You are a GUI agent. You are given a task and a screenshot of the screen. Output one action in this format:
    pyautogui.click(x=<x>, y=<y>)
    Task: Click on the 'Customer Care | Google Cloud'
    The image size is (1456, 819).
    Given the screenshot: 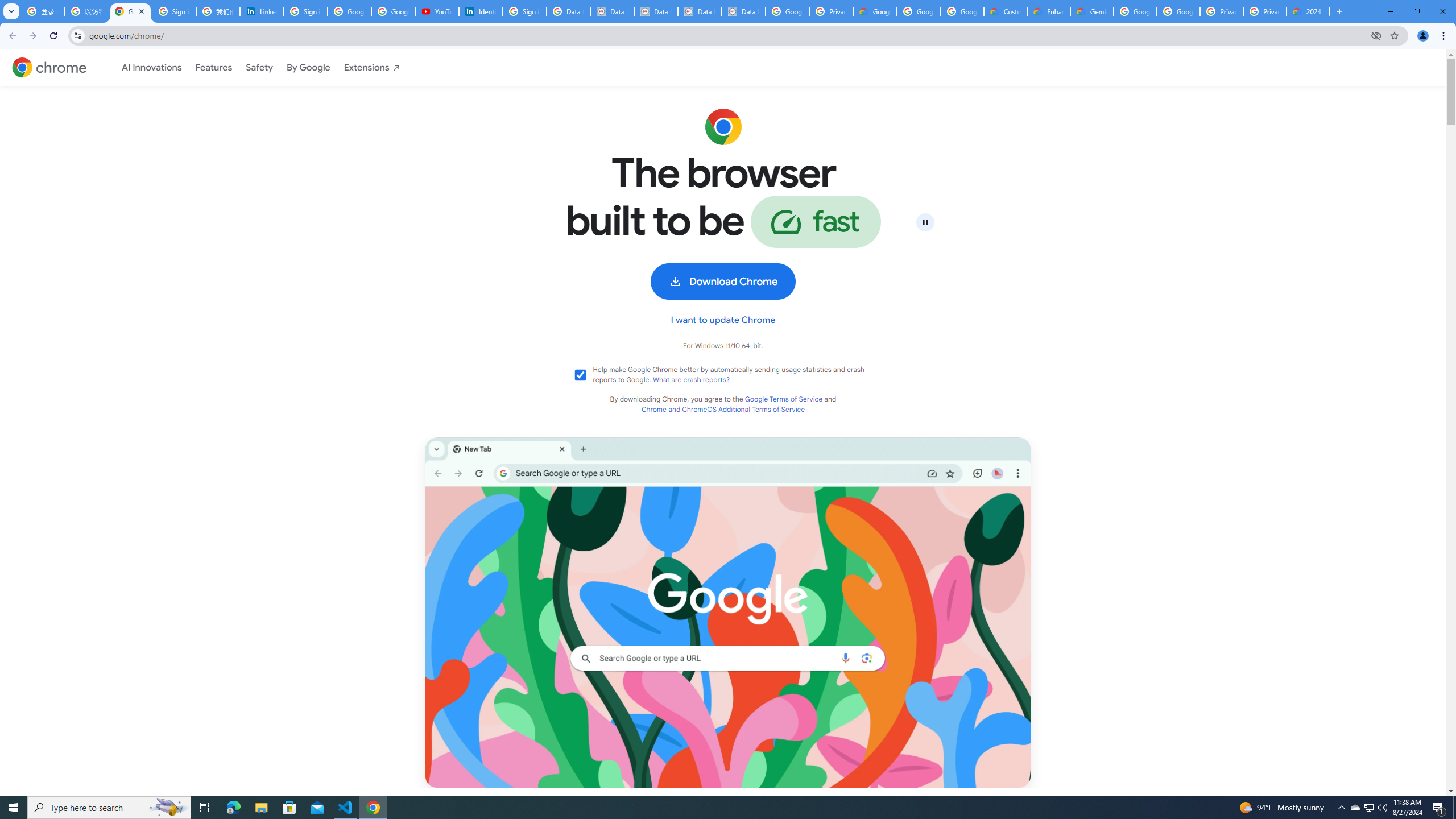 What is the action you would take?
    pyautogui.click(x=1004, y=11)
    